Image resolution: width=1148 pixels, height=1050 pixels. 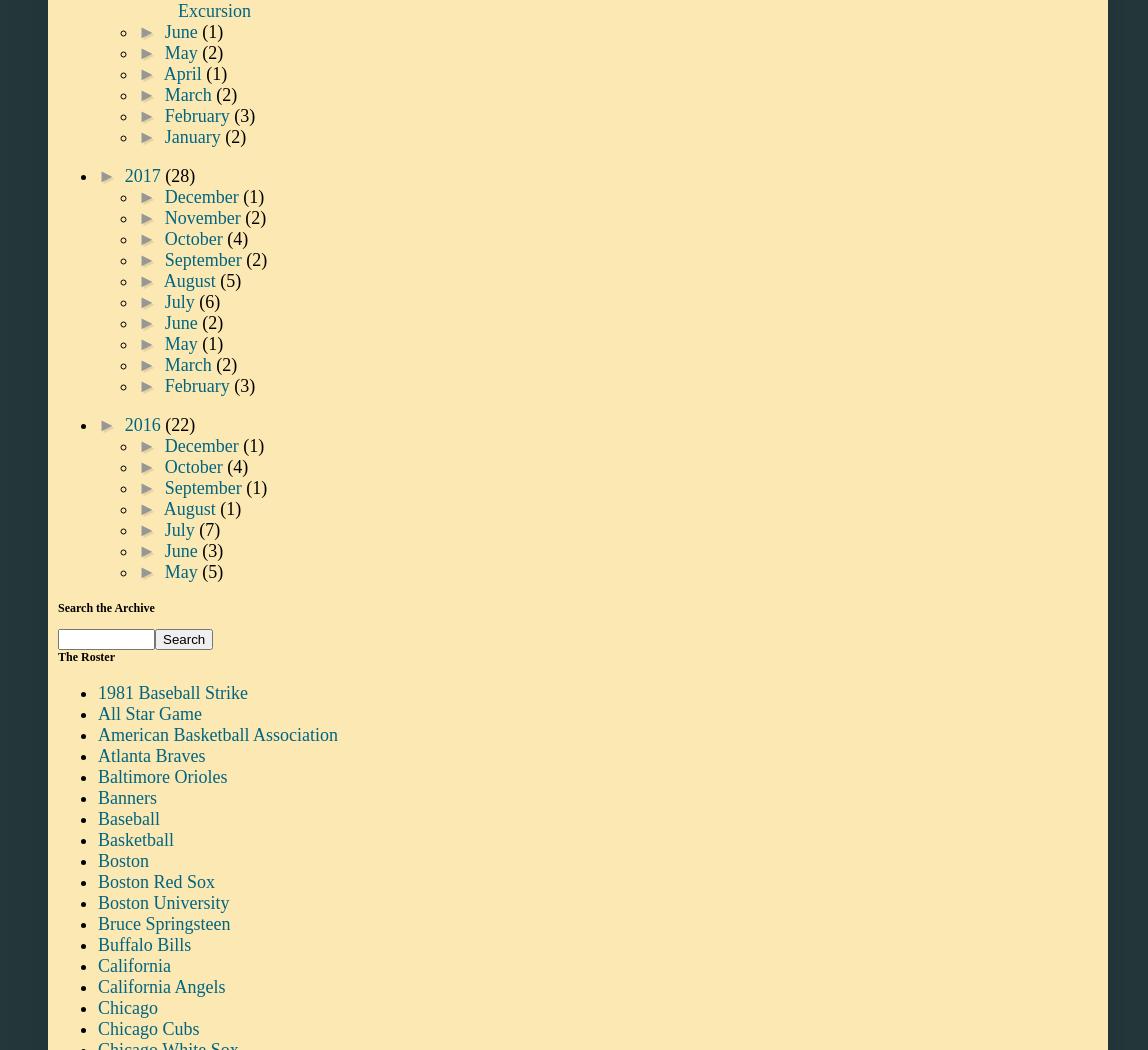 What do you see at coordinates (133, 963) in the screenshot?
I see `'California'` at bounding box center [133, 963].